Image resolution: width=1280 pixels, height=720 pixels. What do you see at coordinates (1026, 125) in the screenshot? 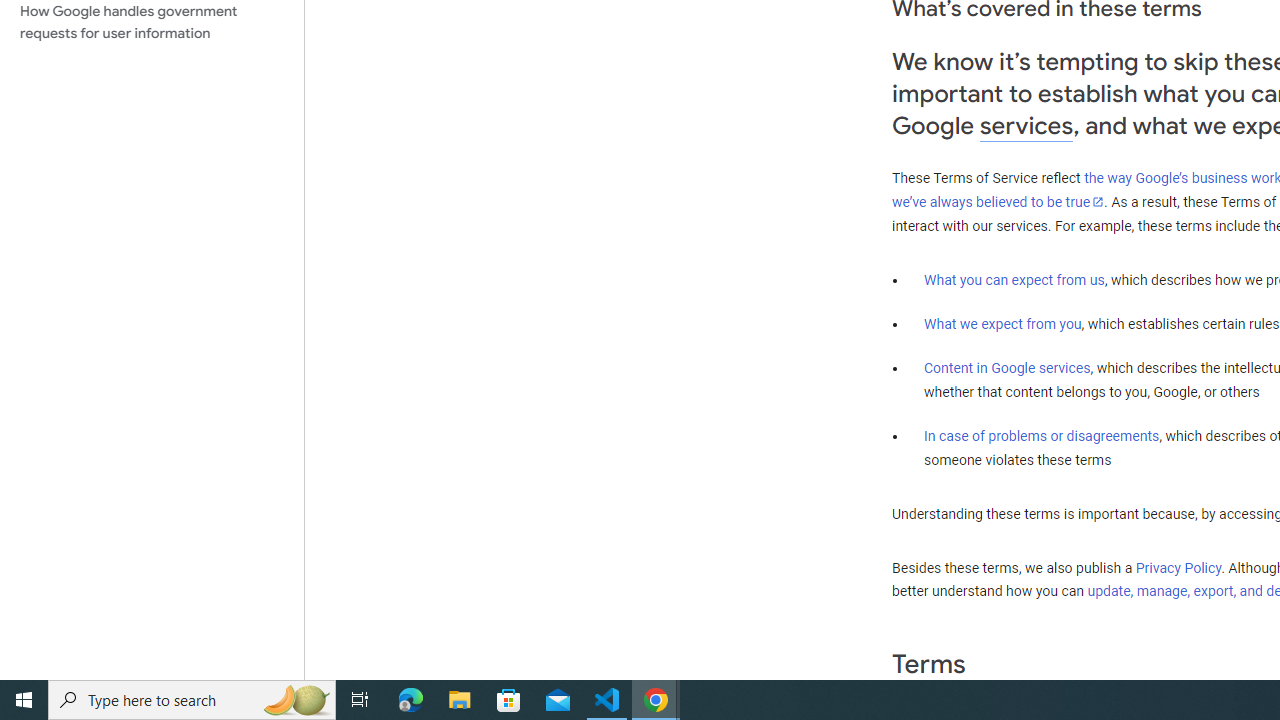
I see `'services'` at bounding box center [1026, 125].